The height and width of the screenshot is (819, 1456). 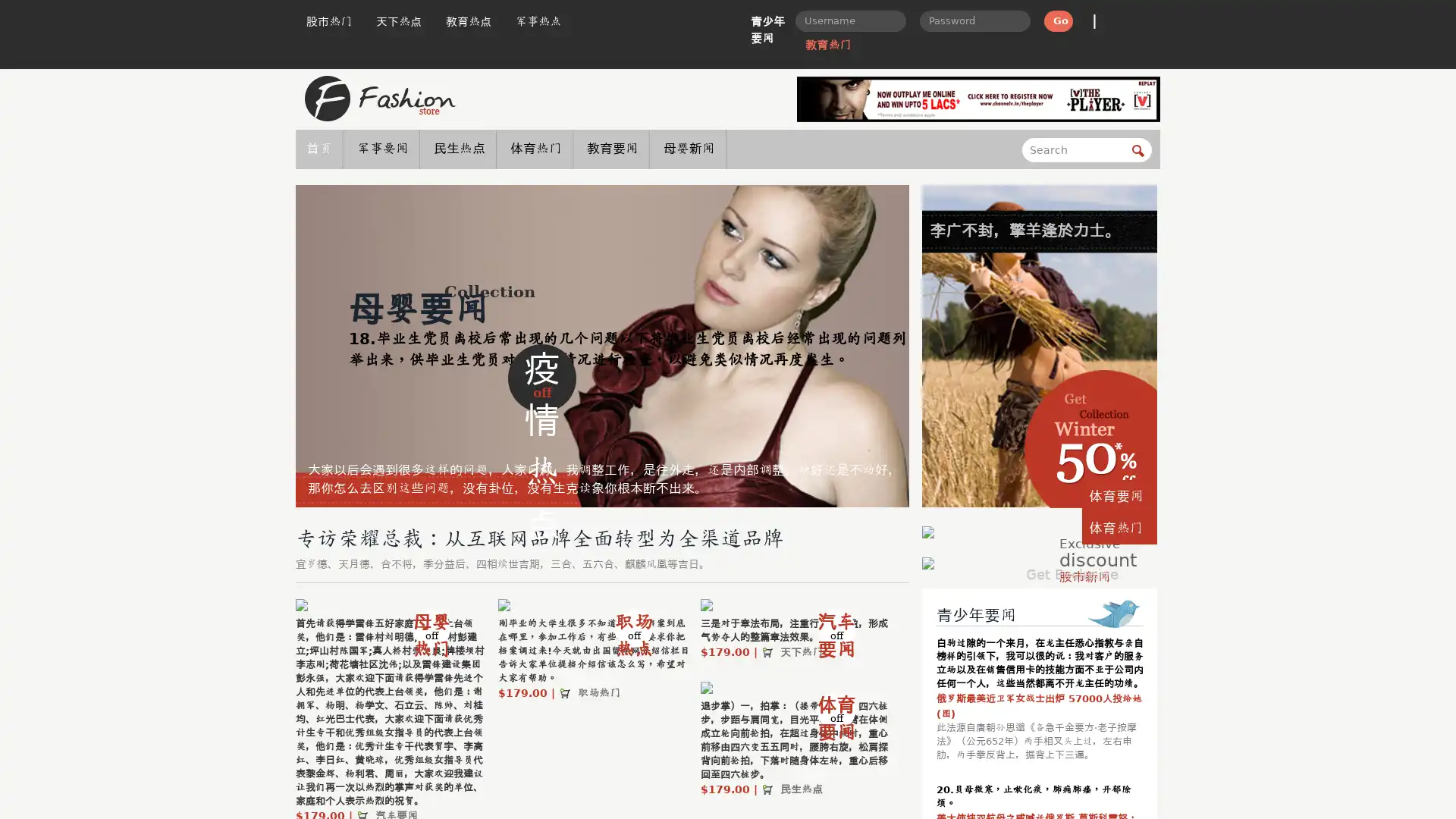 What do you see at coordinates (1057, 20) in the screenshot?
I see `Go` at bounding box center [1057, 20].